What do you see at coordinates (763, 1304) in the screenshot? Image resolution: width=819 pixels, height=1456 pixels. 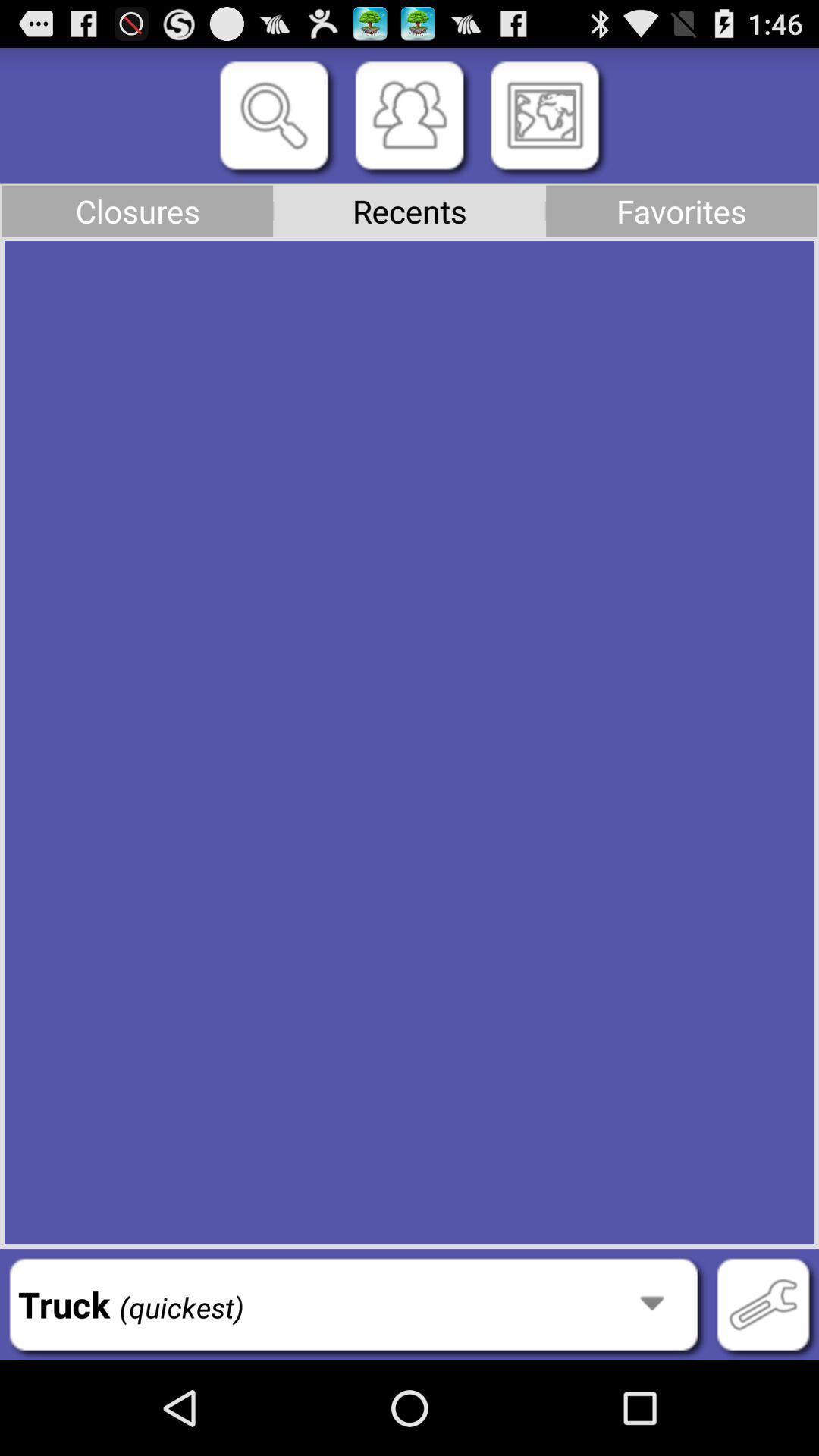 I see `the button next to truck (quickest) item` at bounding box center [763, 1304].